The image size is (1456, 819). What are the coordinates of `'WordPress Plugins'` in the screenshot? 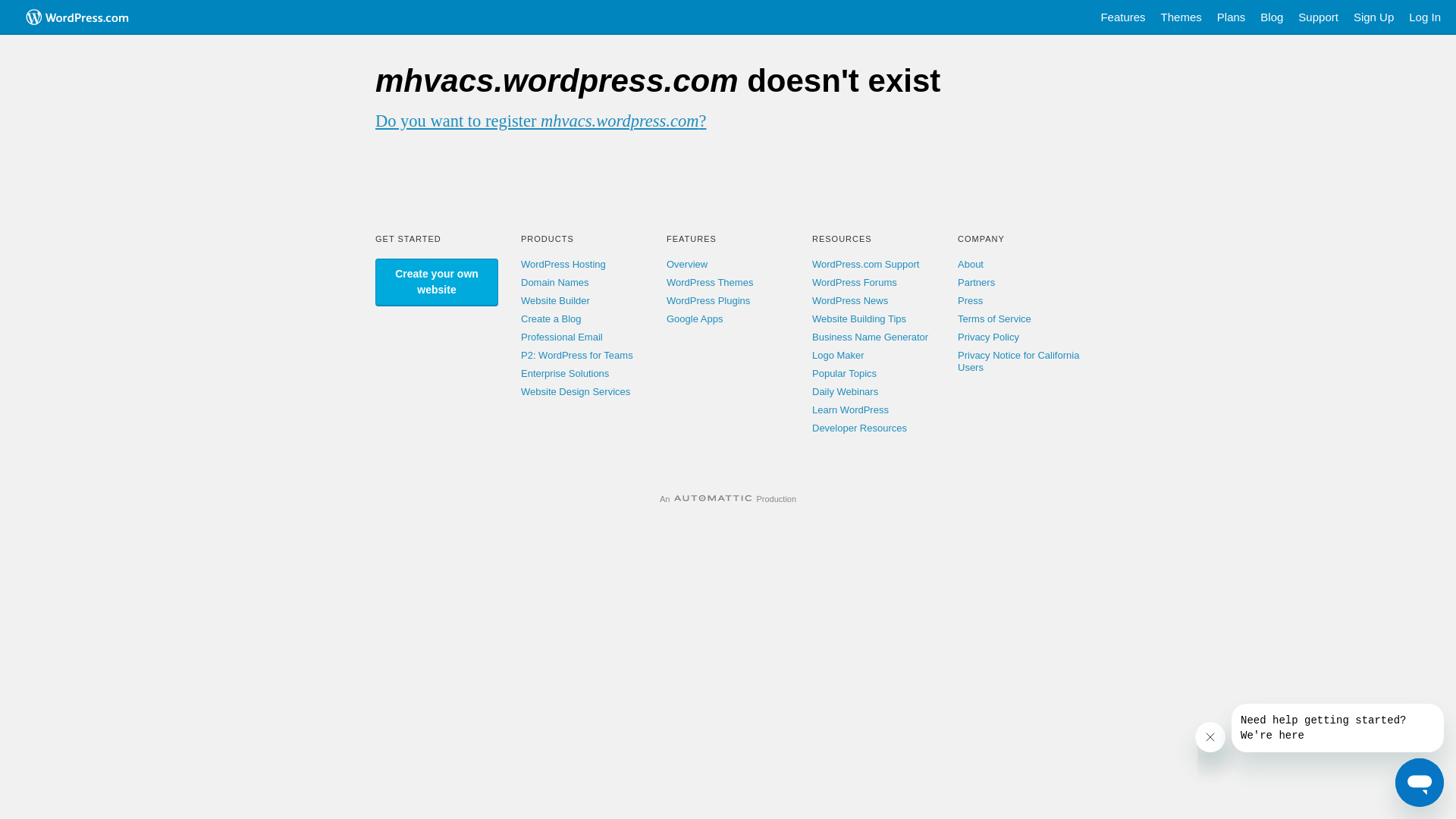 It's located at (708, 300).